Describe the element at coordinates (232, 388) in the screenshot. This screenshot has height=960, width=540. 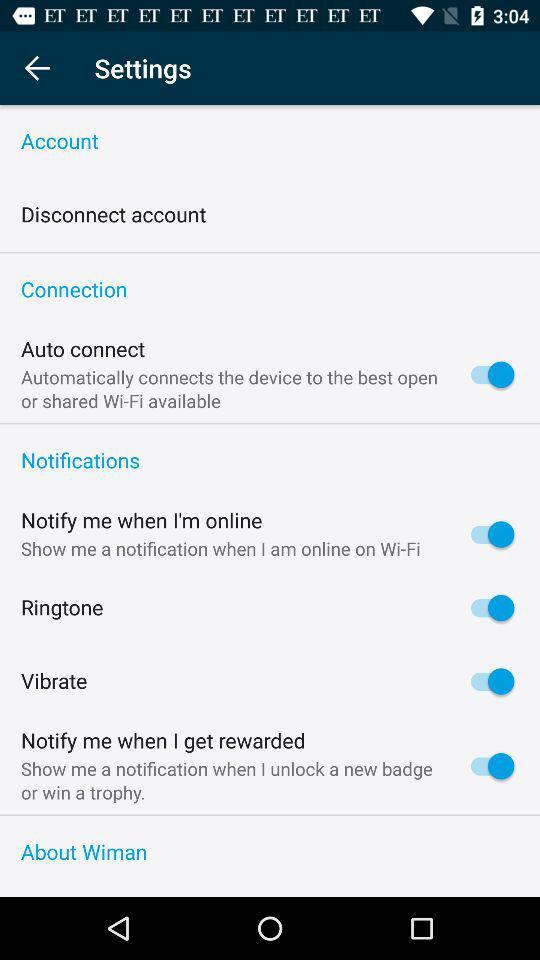
I see `the automatically connects the icon` at that location.